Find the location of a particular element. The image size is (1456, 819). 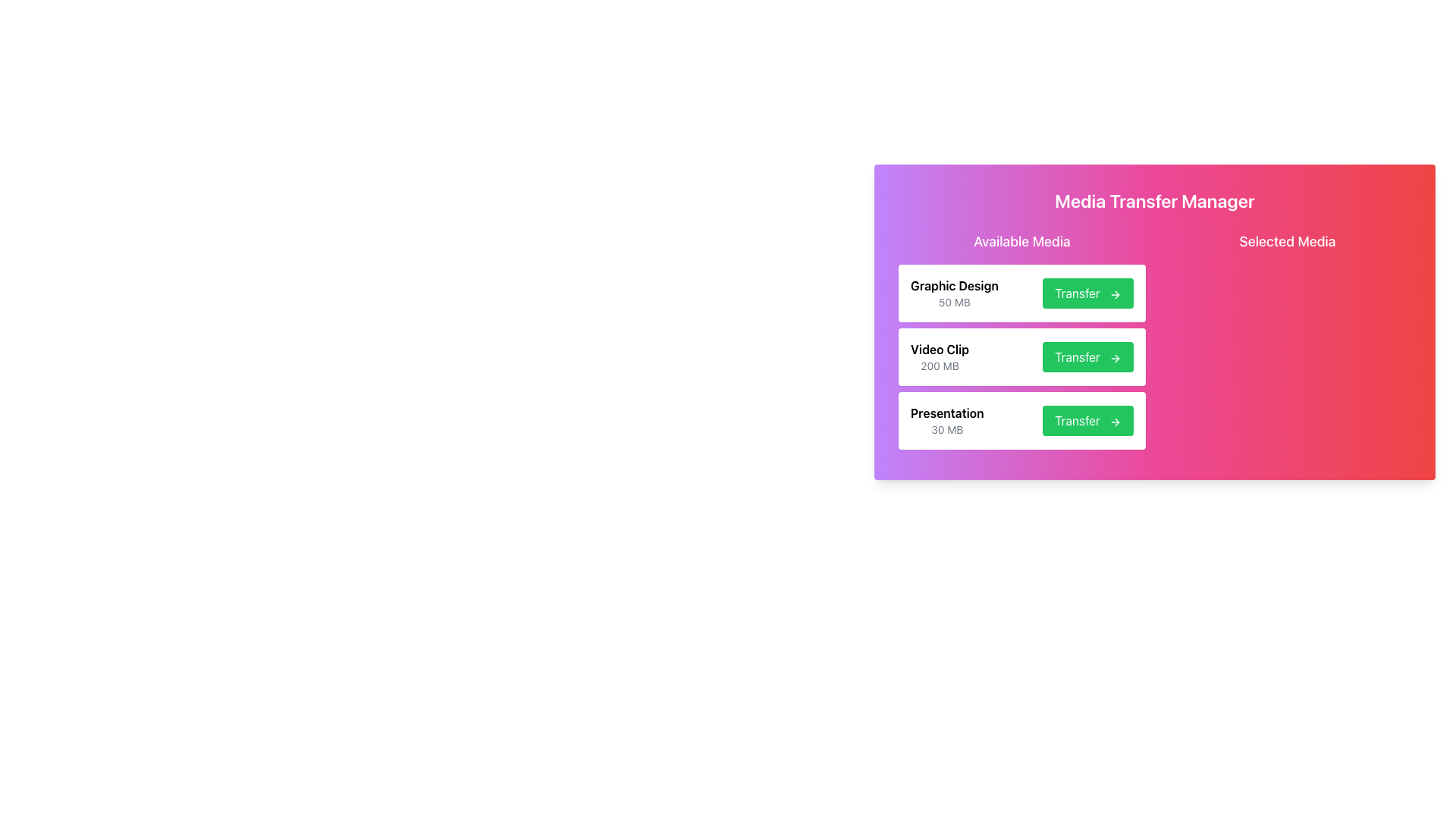

the list item representing the media titled 'Video Clip' with a size of '200 MB' is located at coordinates (1022, 343).